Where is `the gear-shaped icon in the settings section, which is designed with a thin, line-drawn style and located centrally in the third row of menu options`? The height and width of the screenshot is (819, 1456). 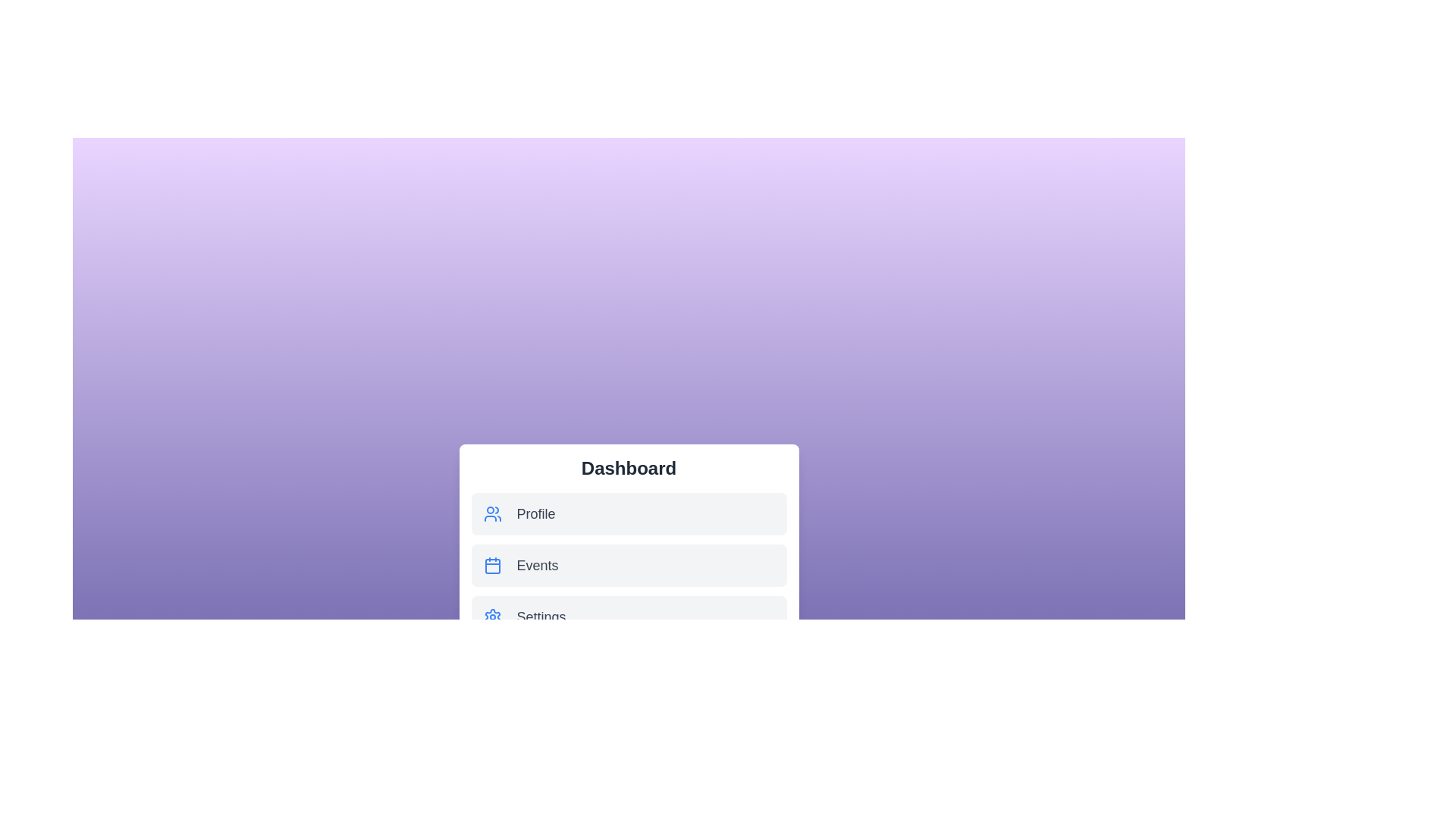 the gear-shaped icon in the settings section, which is designed with a thin, line-drawn style and located centrally in the third row of menu options is located at coordinates (492, 617).